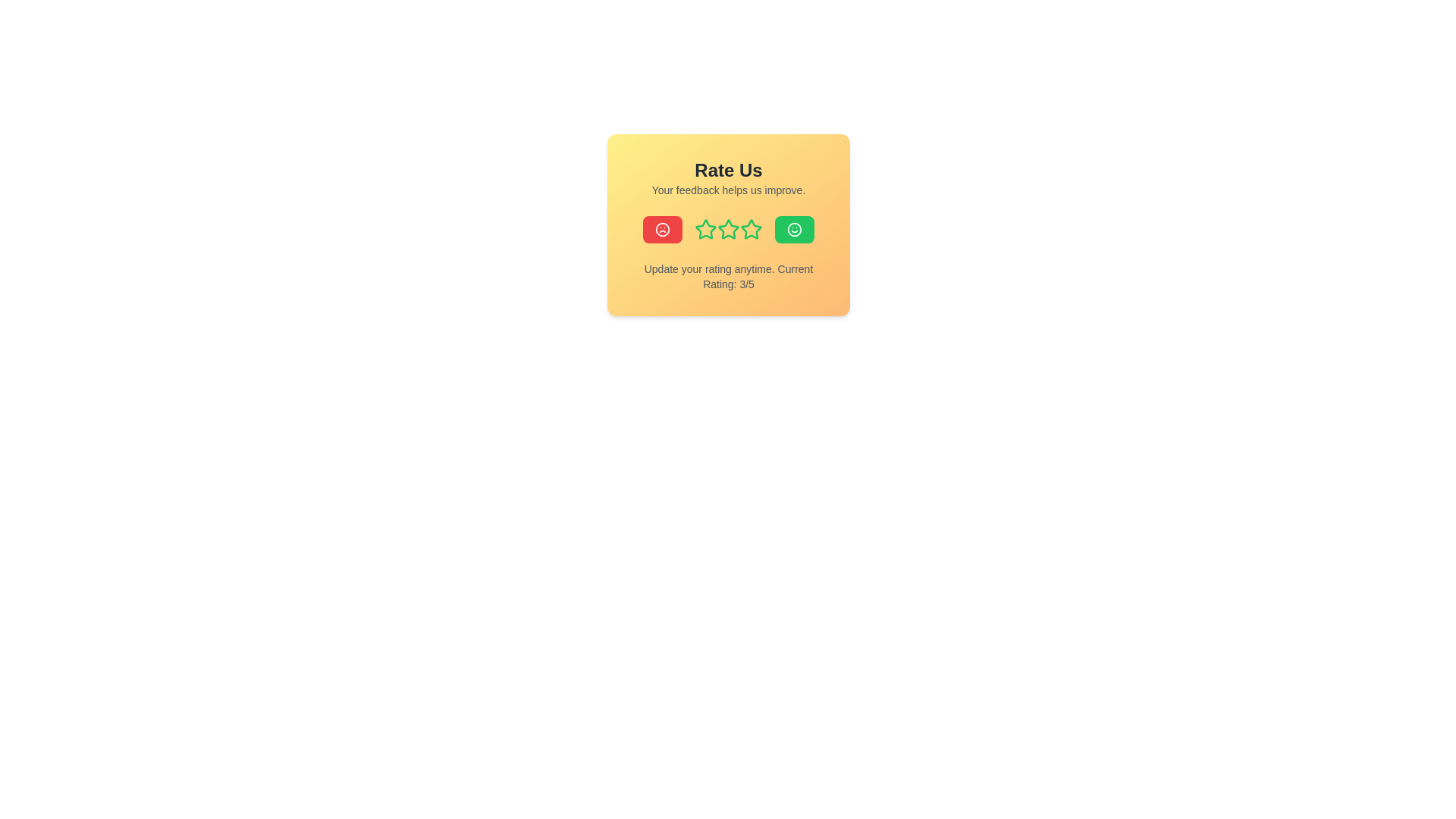  I want to click on the leftmost feedback button located under the 'Rate Us' heading, so click(662, 230).